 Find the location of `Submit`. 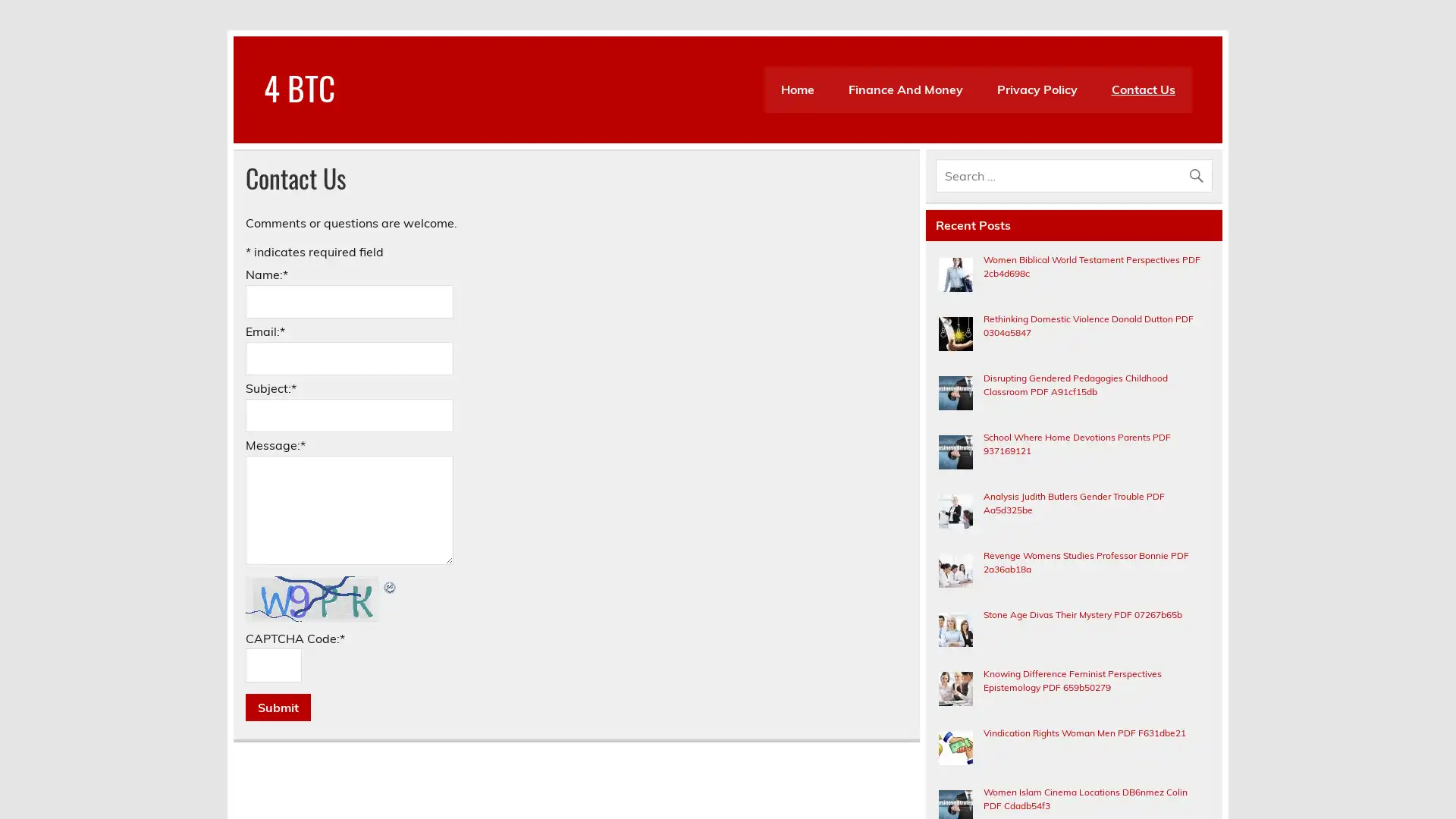

Submit is located at coordinates (278, 707).